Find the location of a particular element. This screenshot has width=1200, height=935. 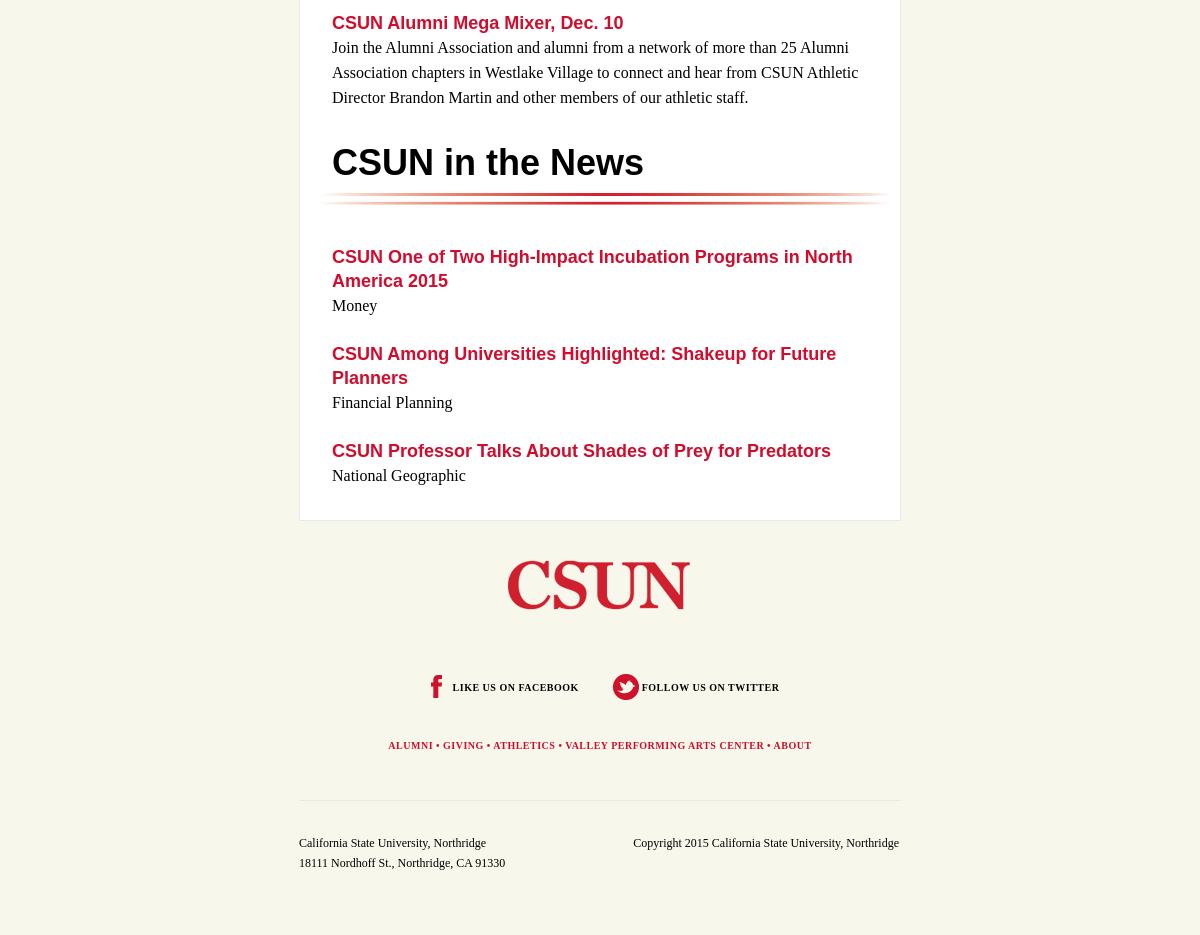

'California State University, Northridge' is located at coordinates (392, 842).